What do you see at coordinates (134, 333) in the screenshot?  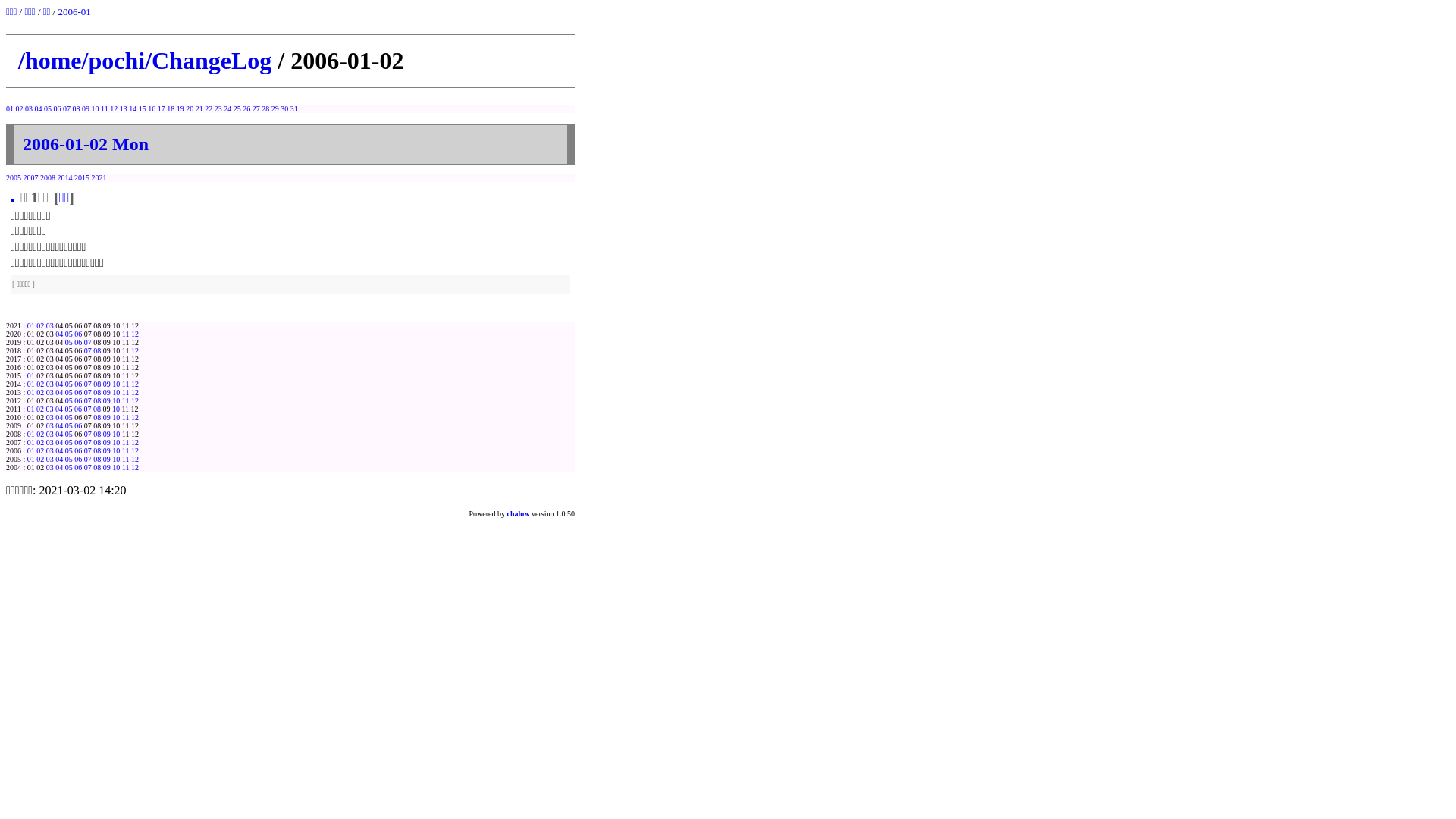 I see `'12'` at bounding box center [134, 333].